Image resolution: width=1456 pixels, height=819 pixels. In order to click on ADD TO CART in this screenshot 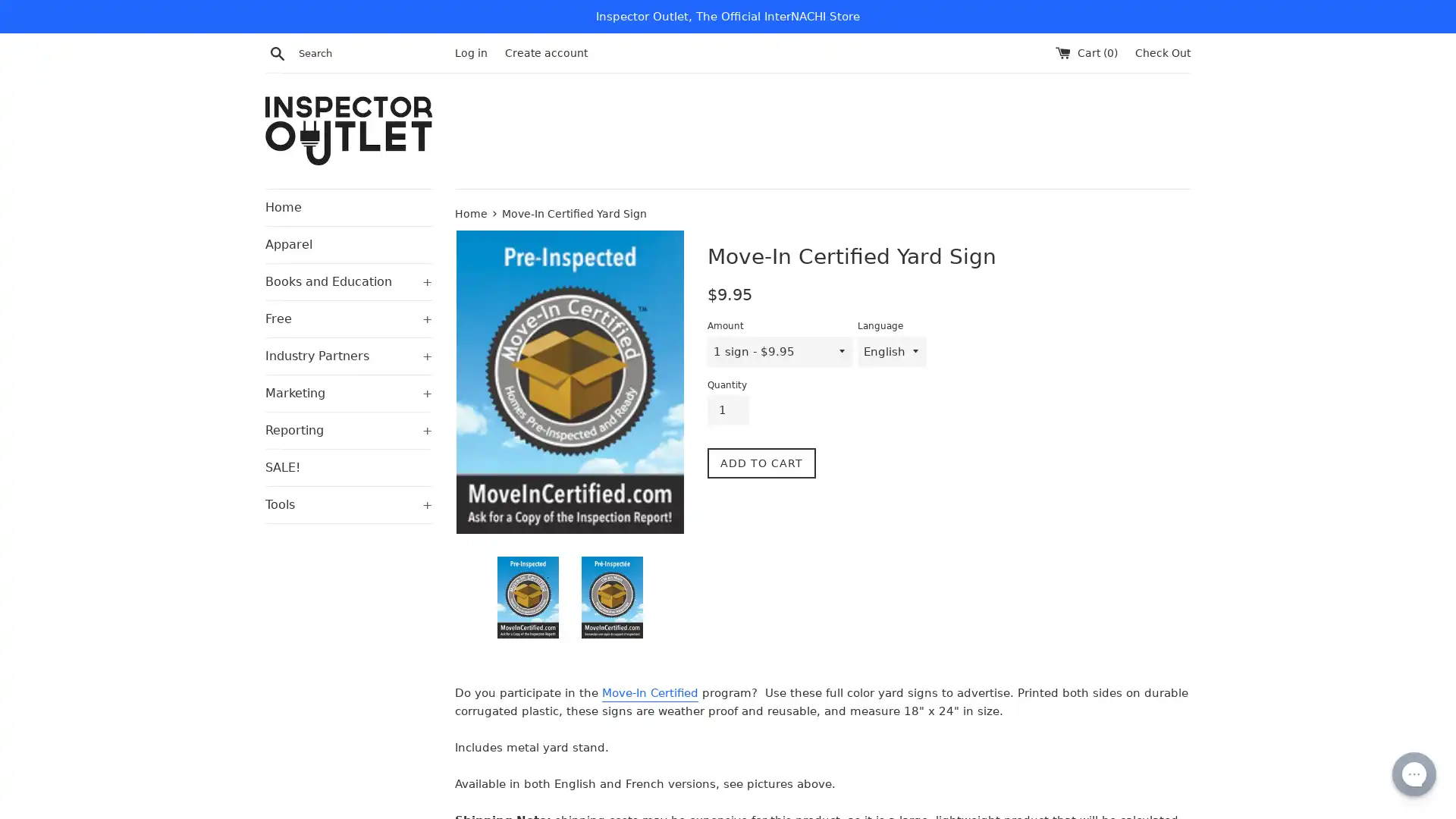, I will do `click(761, 462)`.